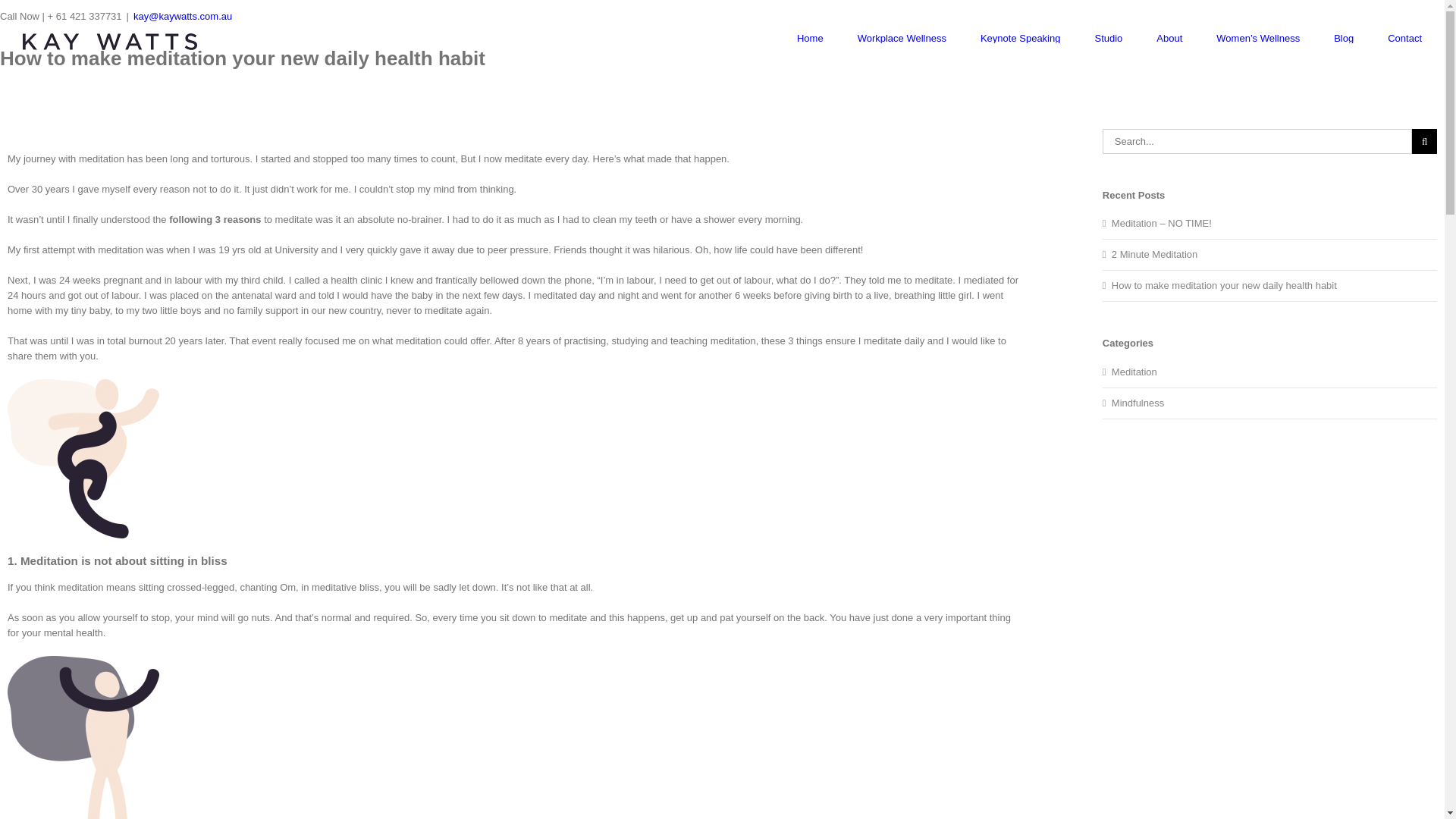  What do you see at coordinates (1387, 37) in the screenshot?
I see `'Contact'` at bounding box center [1387, 37].